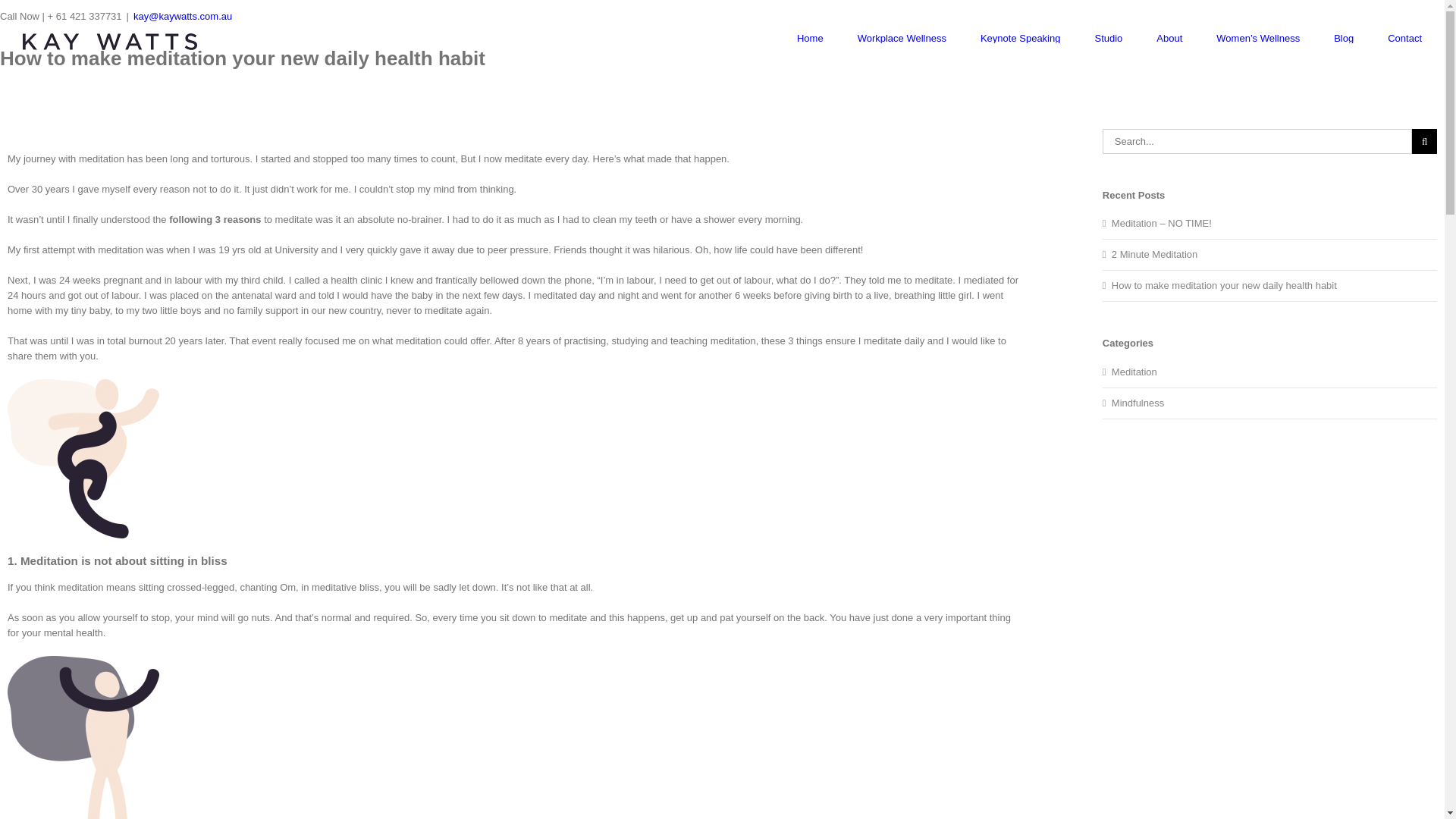  What do you see at coordinates (1387, 37) in the screenshot?
I see `'Contact'` at bounding box center [1387, 37].